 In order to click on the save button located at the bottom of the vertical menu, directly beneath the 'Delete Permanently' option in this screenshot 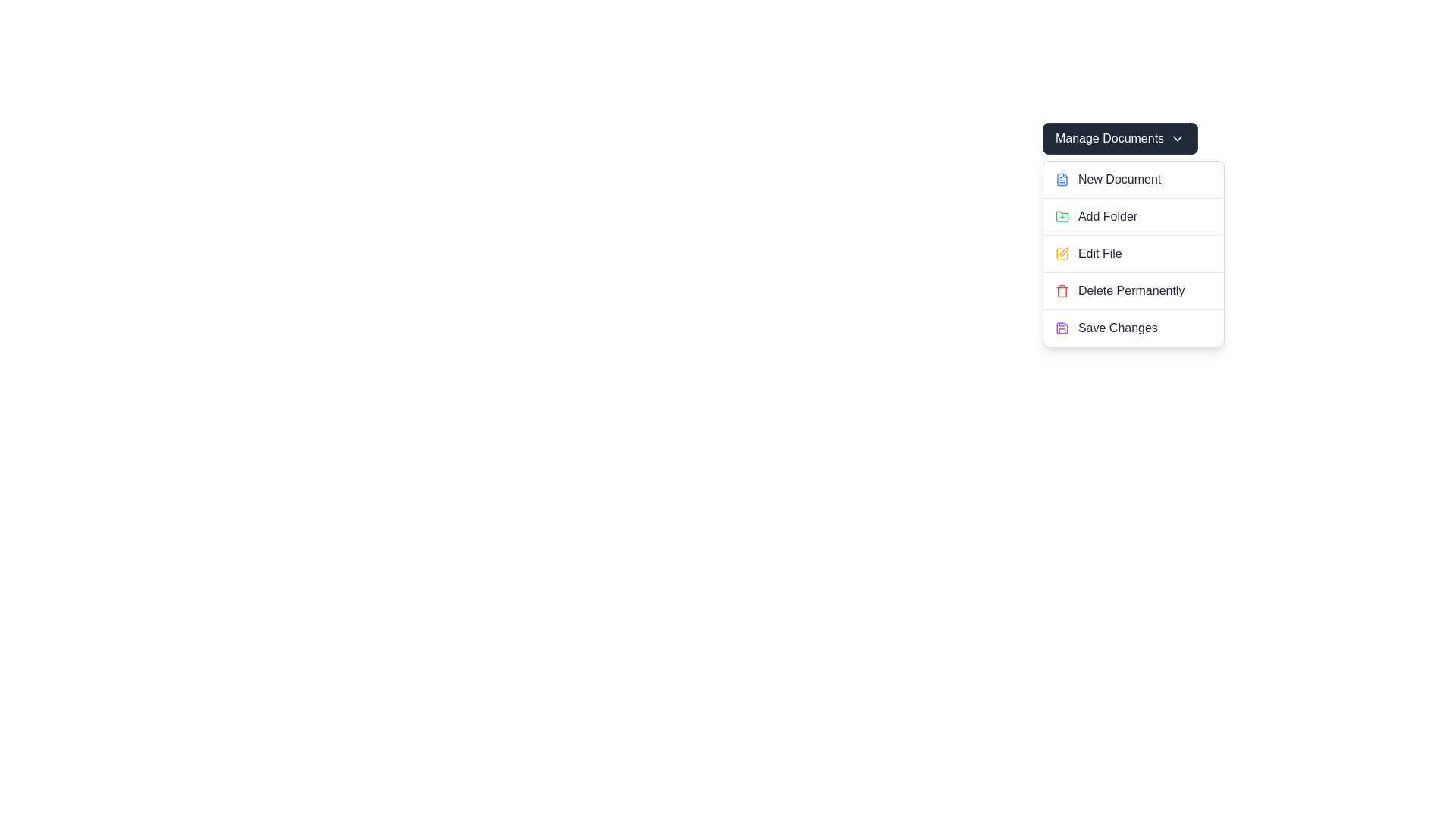, I will do `click(1133, 327)`.